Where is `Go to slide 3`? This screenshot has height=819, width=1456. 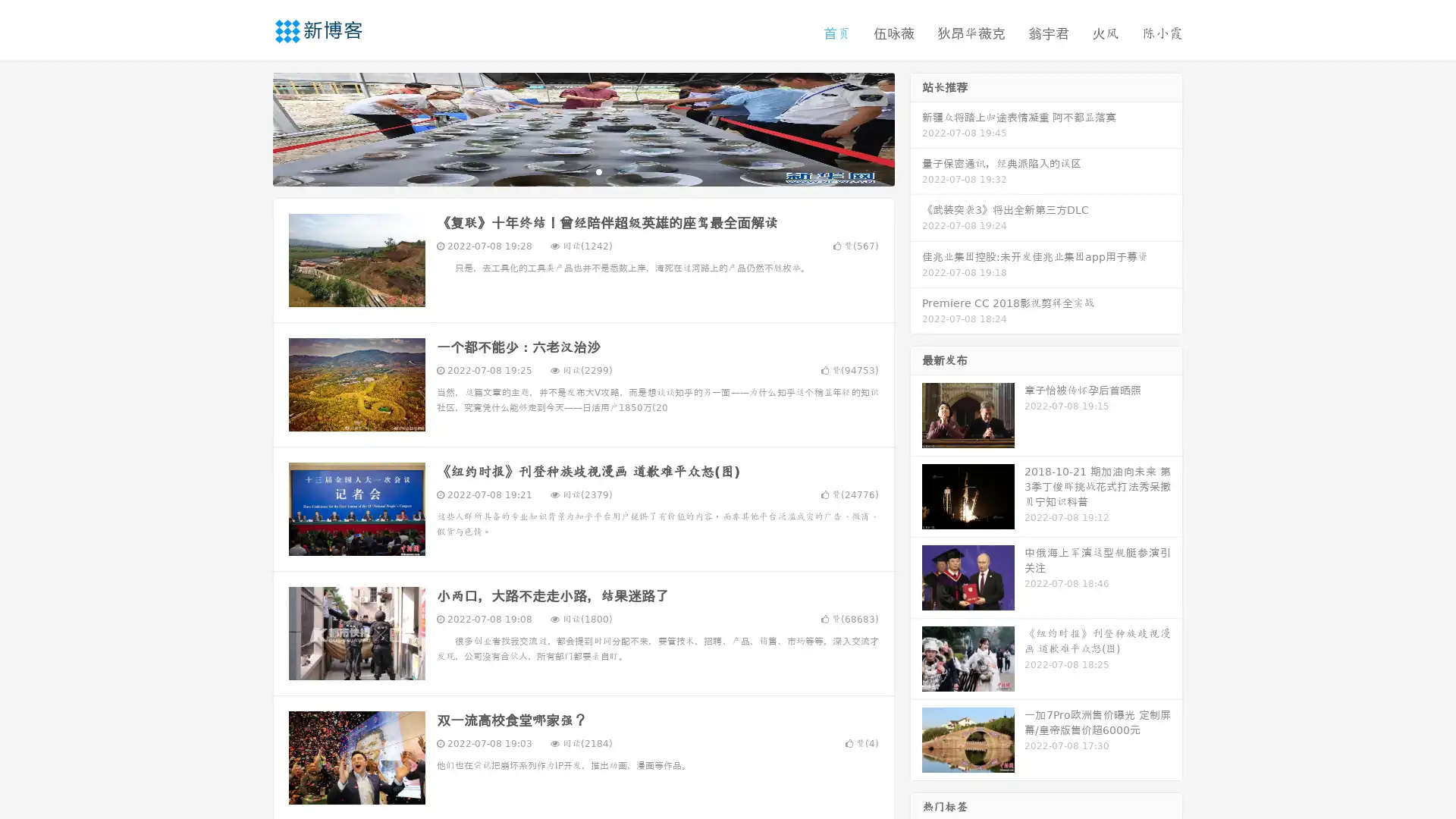 Go to slide 3 is located at coordinates (598, 171).